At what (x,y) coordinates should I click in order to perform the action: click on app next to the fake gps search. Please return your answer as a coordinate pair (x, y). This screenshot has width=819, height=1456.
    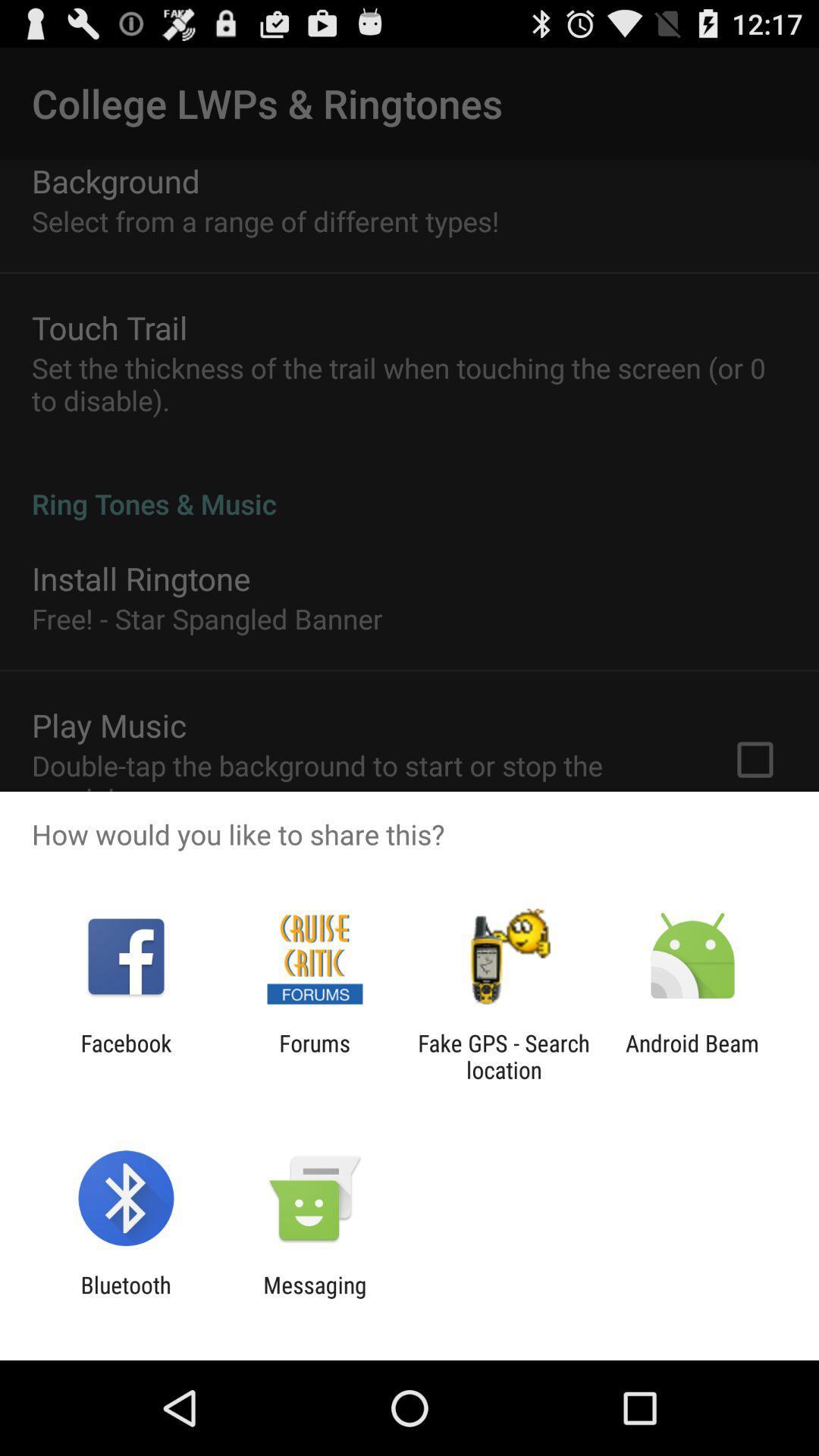
    Looking at the image, I should click on (314, 1056).